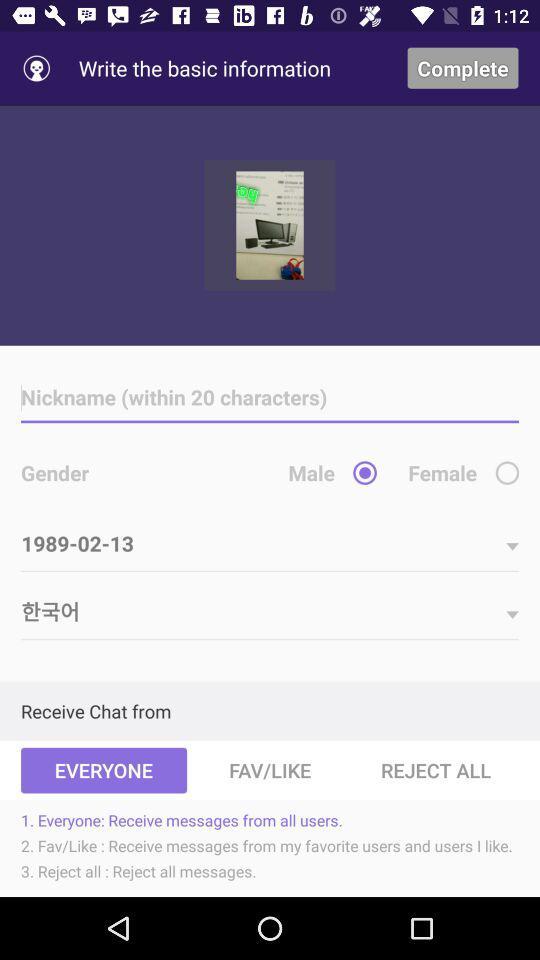 The width and height of the screenshot is (540, 960). What do you see at coordinates (364, 473) in the screenshot?
I see `male gender` at bounding box center [364, 473].